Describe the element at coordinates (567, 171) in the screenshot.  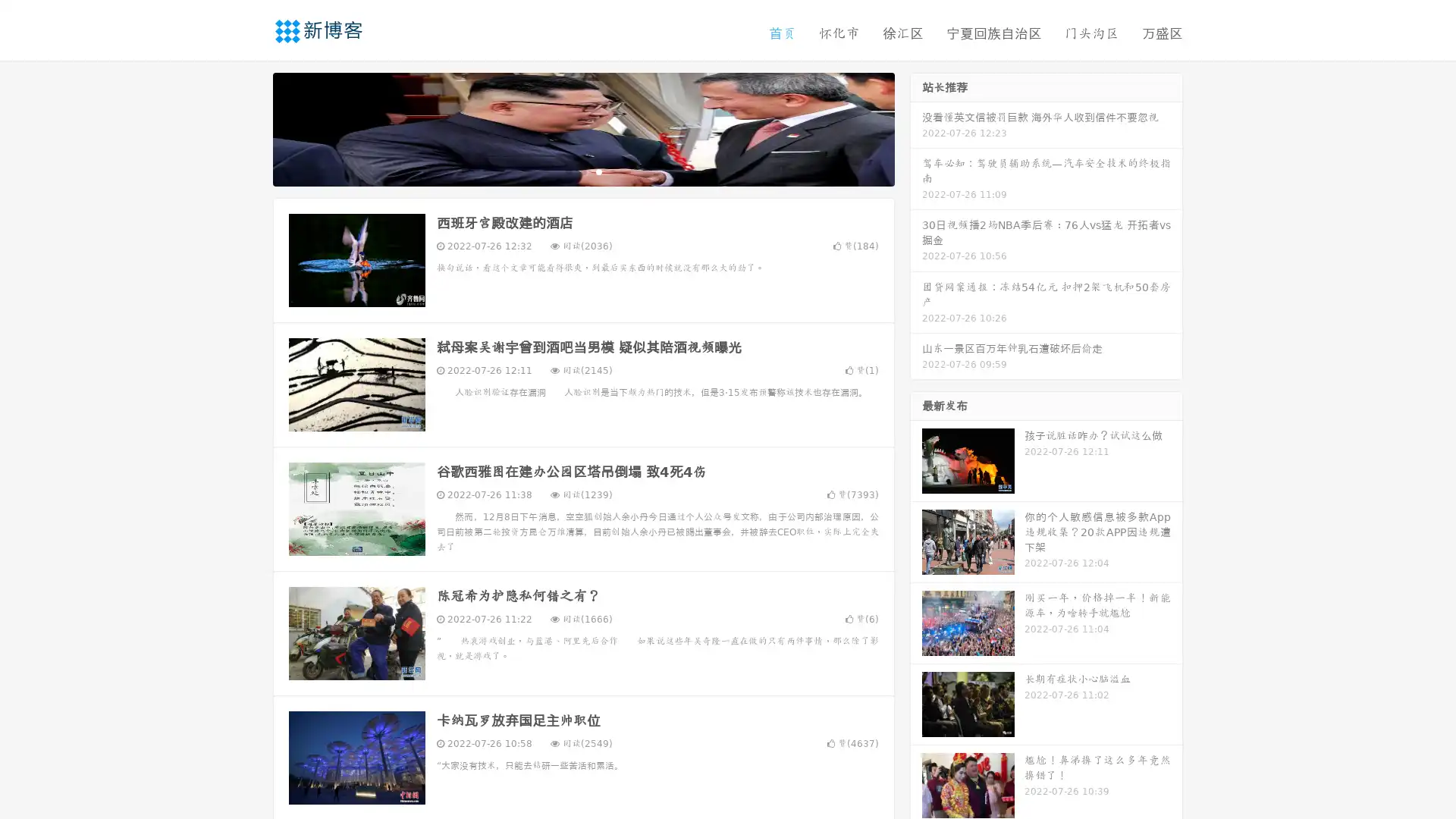
I see `Go to slide 1` at that location.